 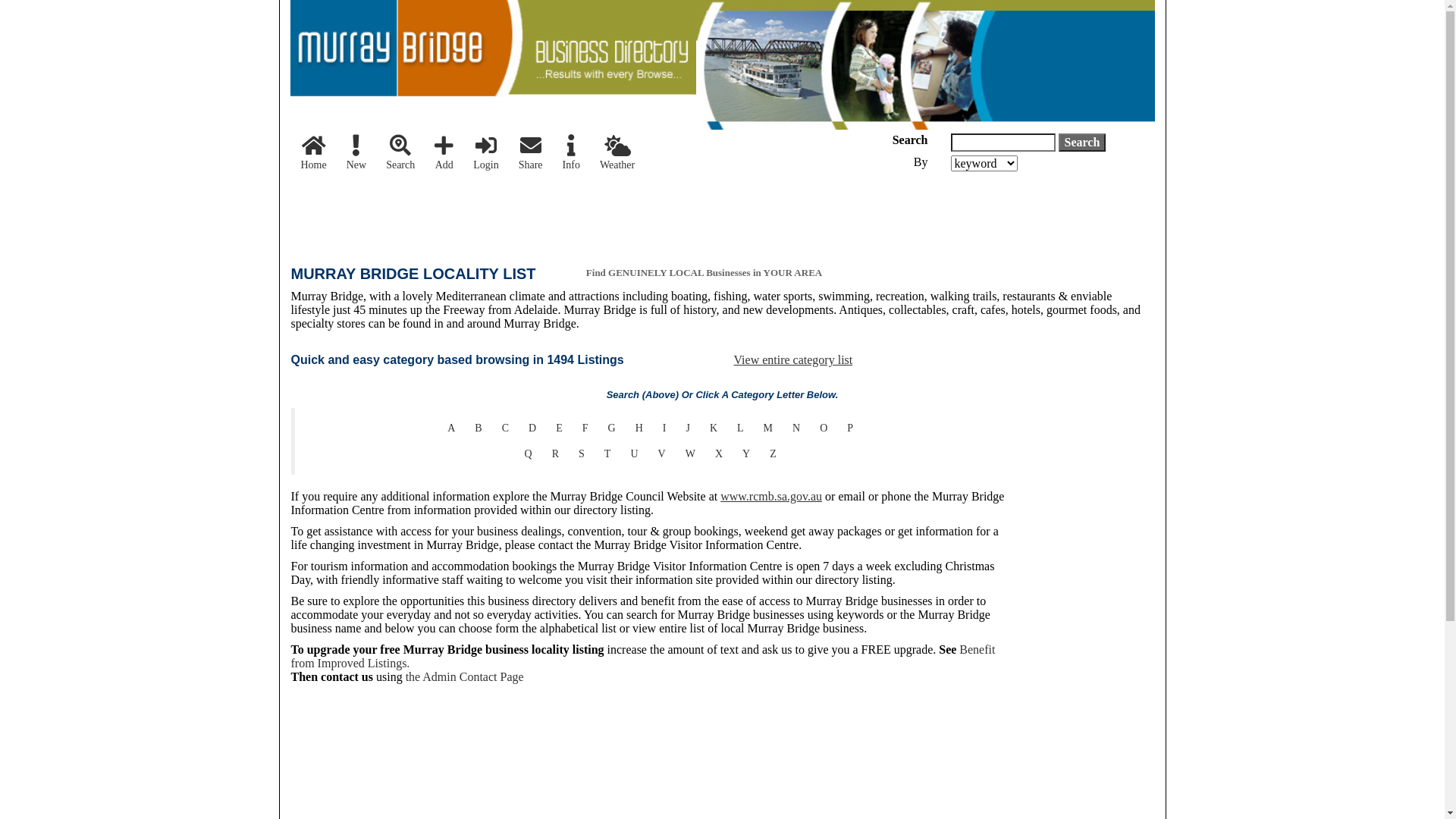 What do you see at coordinates (570, 154) in the screenshot?
I see `'Info'` at bounding box center [570, 154].